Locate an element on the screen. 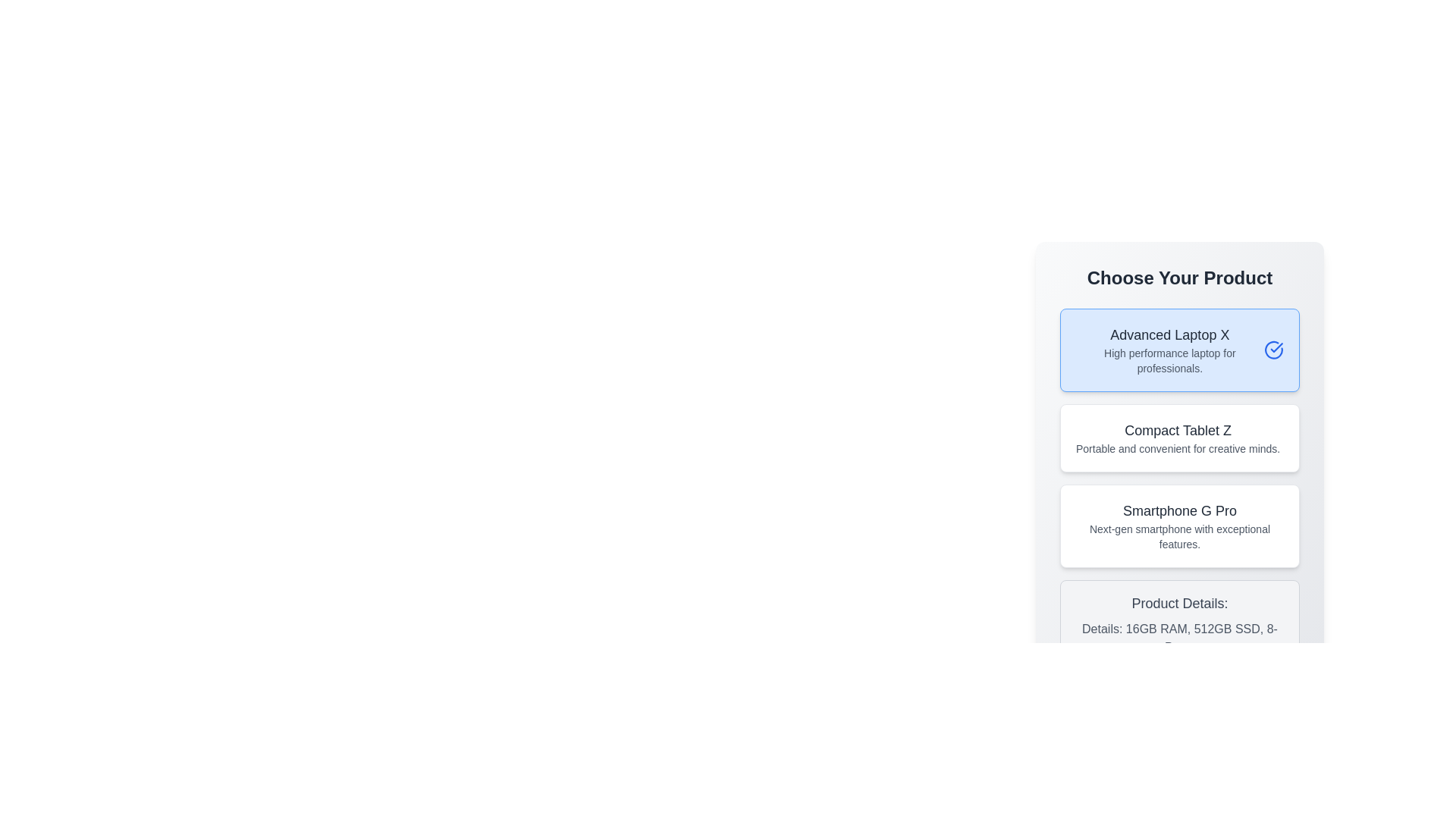 The image size is (1456, 819). the 'Advanced Laptop X' text display component is located at coordinates (1169, 350).